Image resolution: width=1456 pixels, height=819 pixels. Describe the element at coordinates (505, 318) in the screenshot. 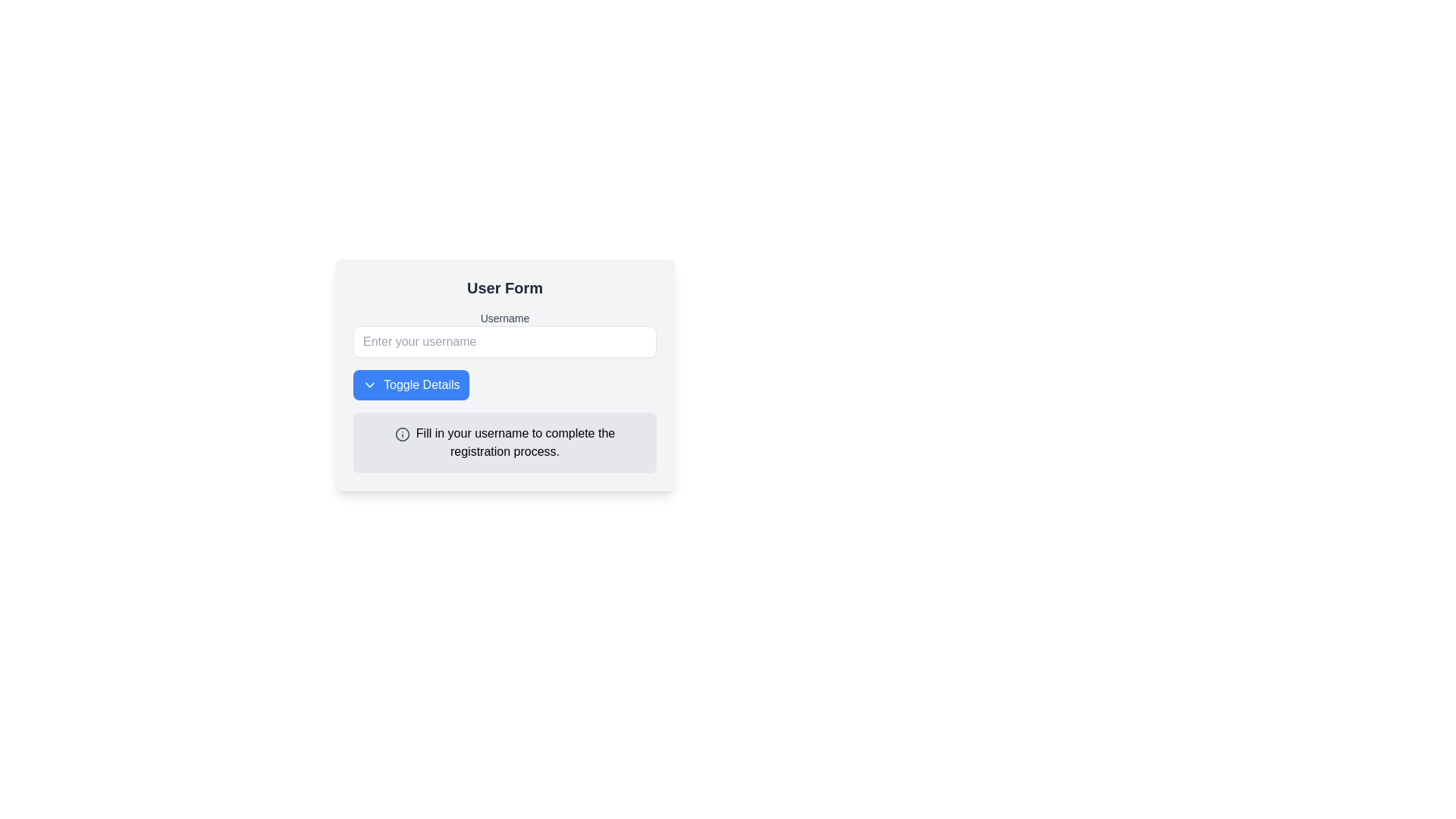

I see `the 'Username' label, which is styled in a small font with medium weight and gray color, located under the 'User Form' heading and above the 'Enter your username' input field` at that location.